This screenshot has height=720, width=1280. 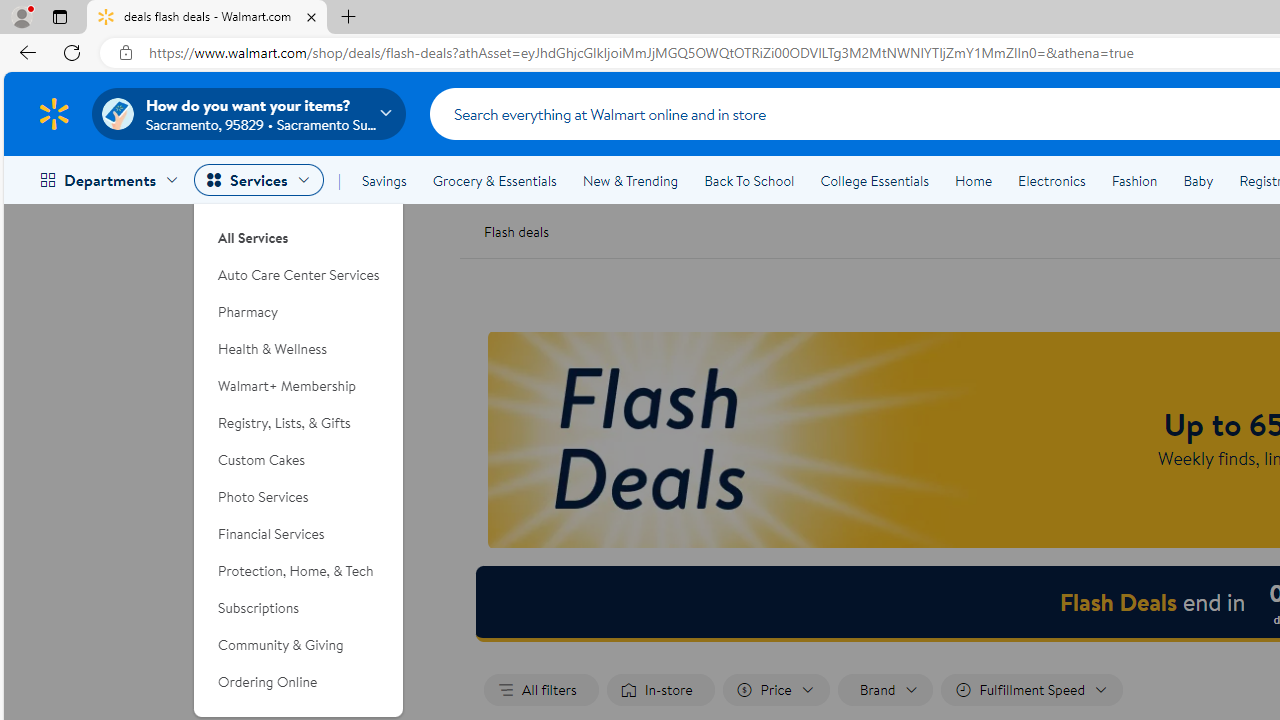 What do you see at coordinates (1198, 181) in the screenshot?
I see `'Baby'` at bounding box center [1198, 181].